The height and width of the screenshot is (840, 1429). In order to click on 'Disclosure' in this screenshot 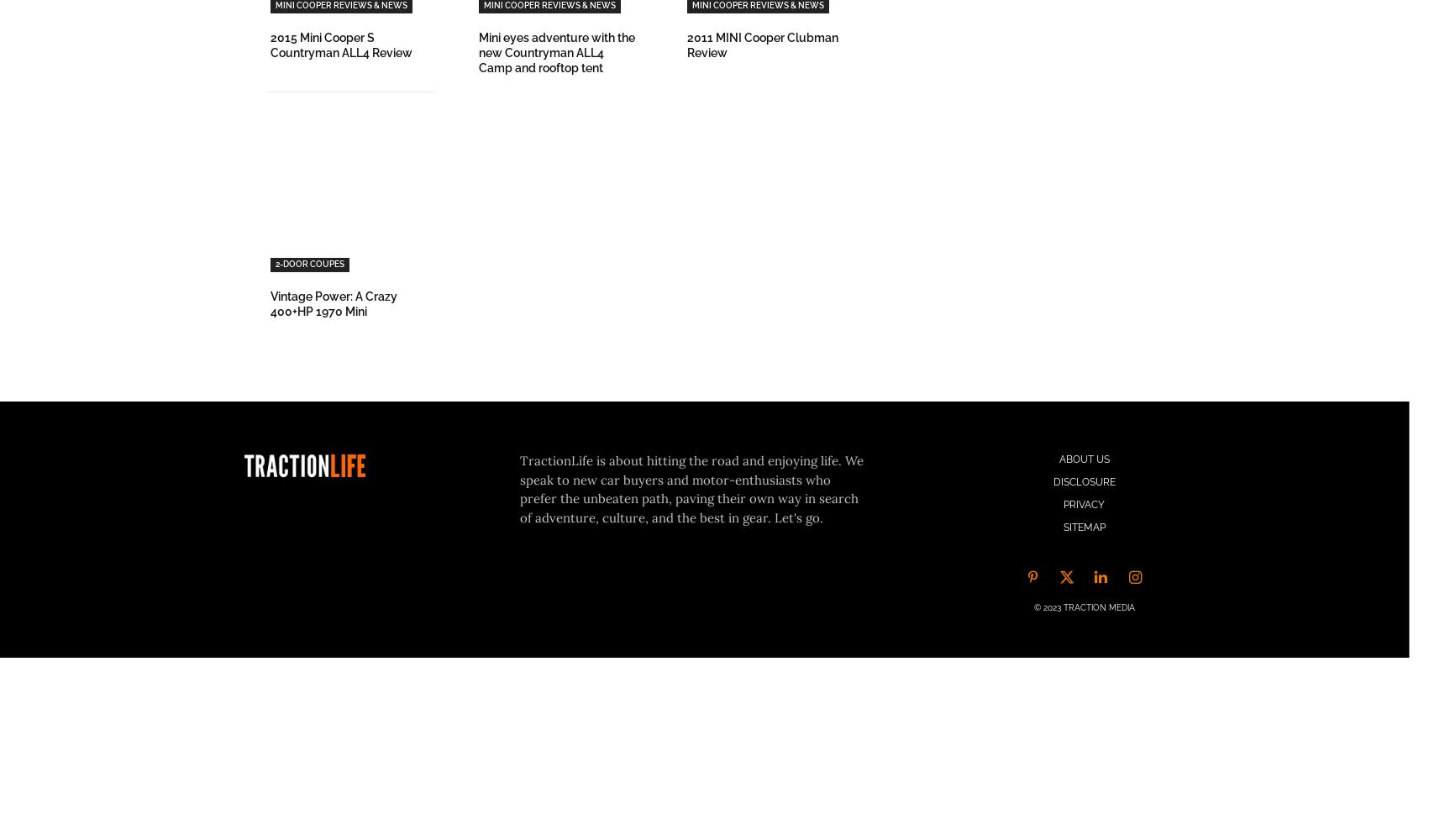, I will do `click(1052, 481)`.